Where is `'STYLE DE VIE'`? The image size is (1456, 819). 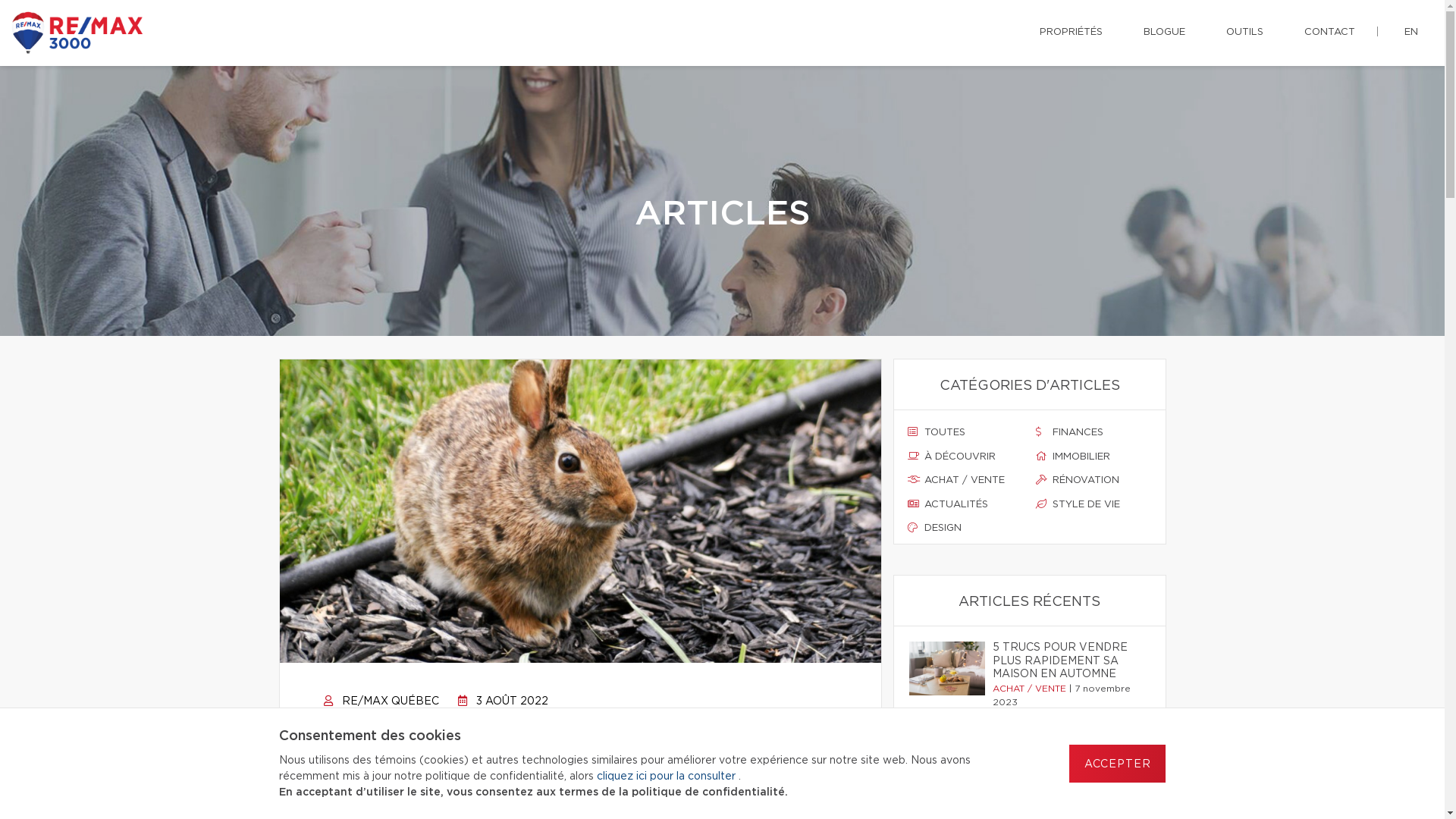
'STYLE DE VIE' is located at coordinates (1094, 505).